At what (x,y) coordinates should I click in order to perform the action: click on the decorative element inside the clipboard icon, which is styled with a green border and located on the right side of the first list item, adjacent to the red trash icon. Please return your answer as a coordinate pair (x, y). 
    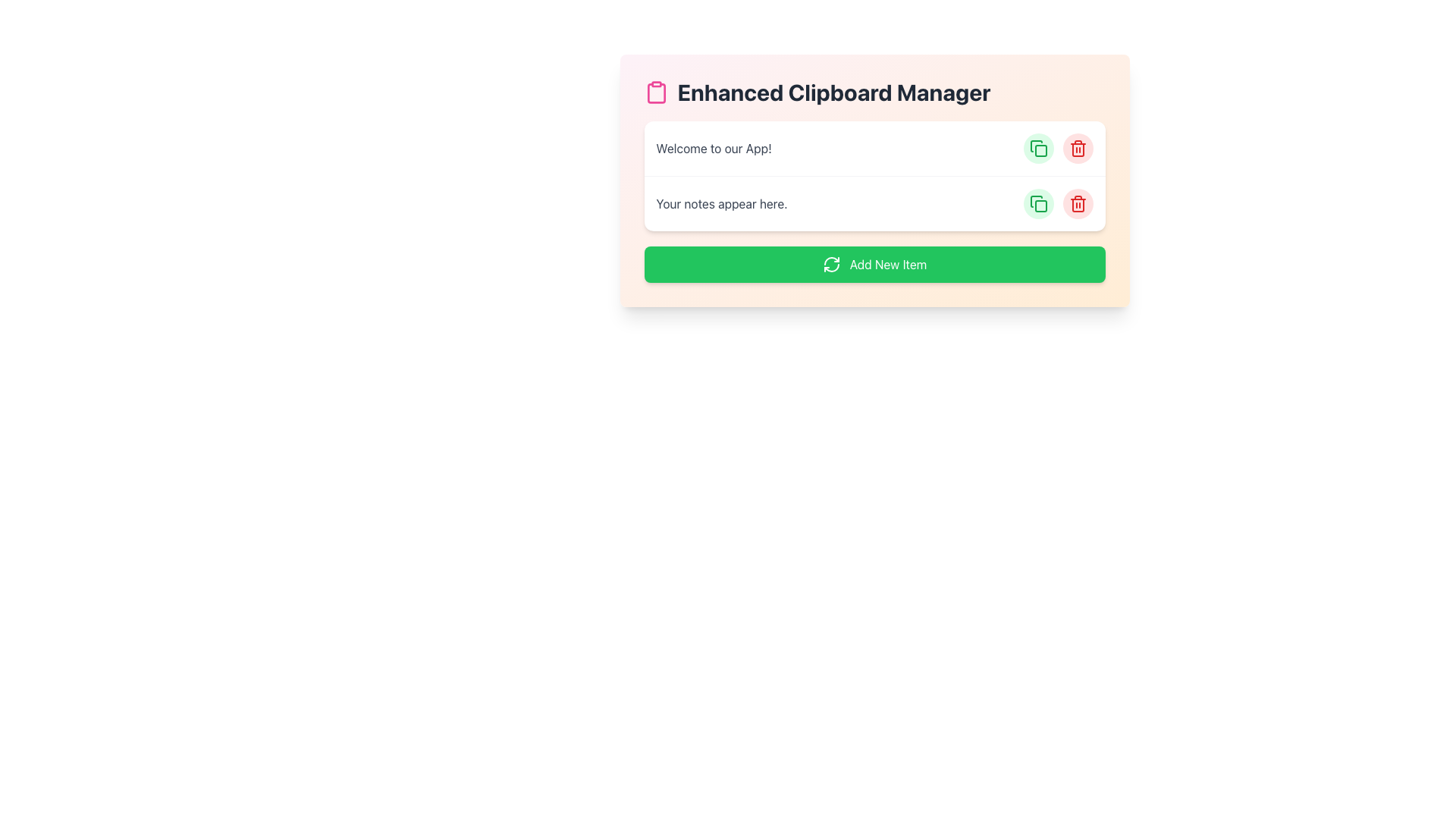
    Looking at the image, I should click on (1040, 151).